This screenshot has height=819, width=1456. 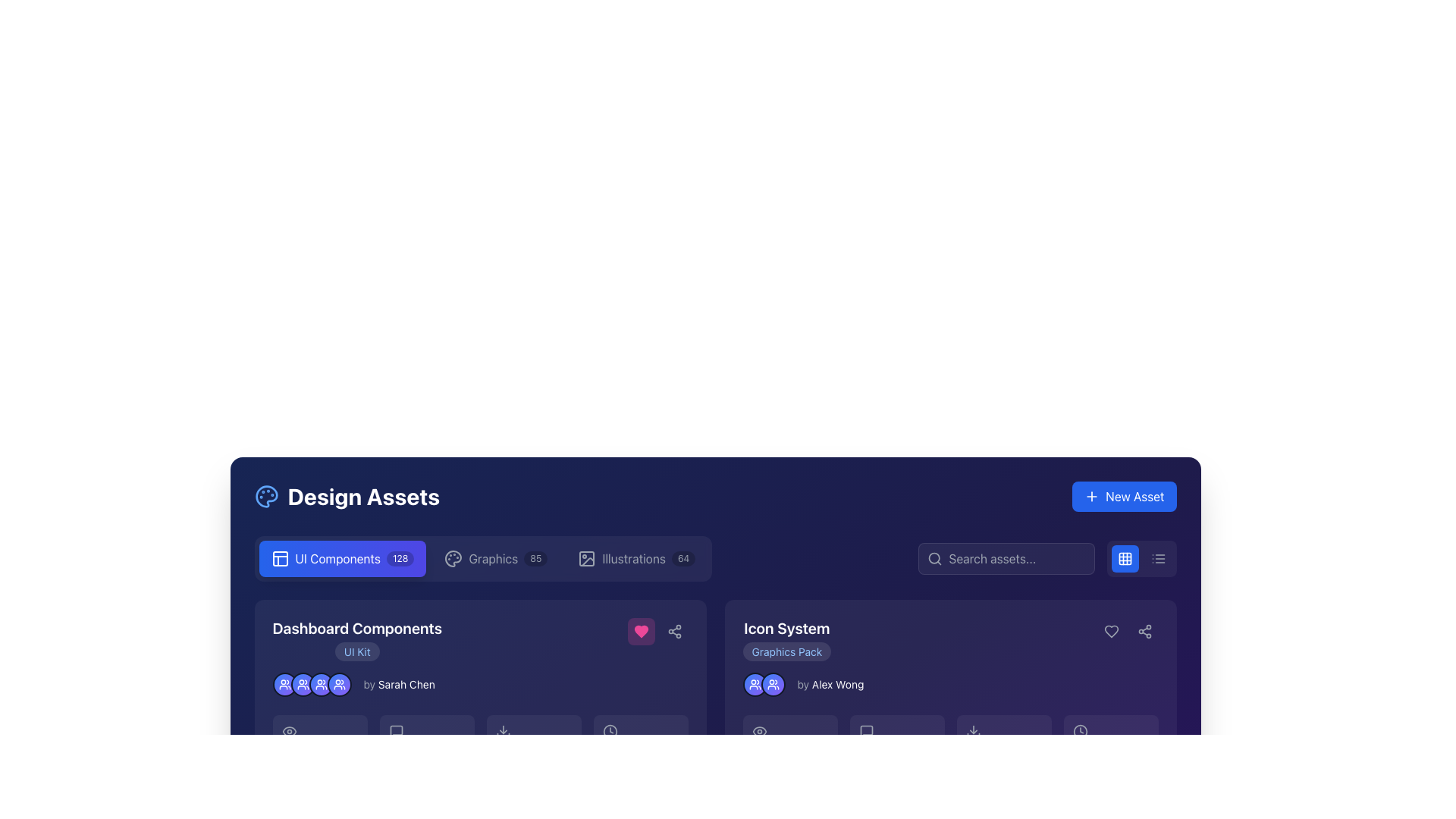 What do you see at coordinates (641, 632) in the screenshot?
I see `the heart-shaped icon button located in the top-right corner of the 'Dashboard Components' card to mark it as a favorite` at bounding box center [641, 632].